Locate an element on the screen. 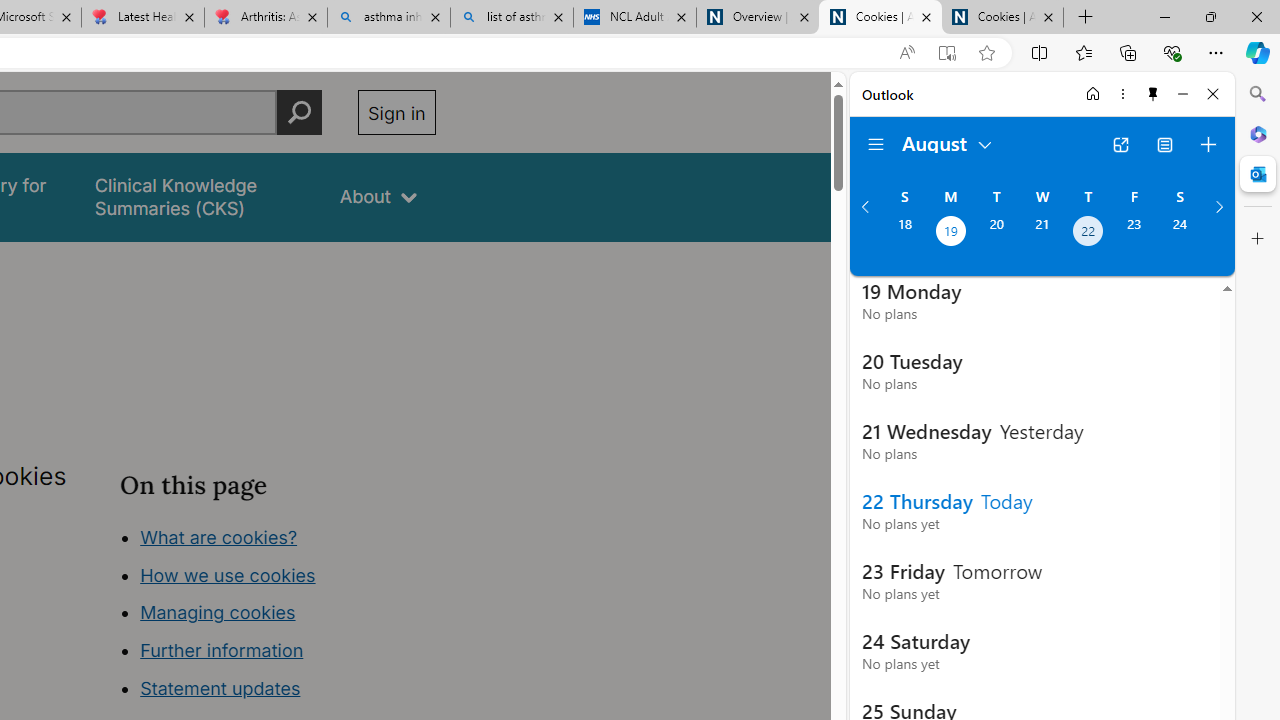 The width and height of the screenshot is (1280, 720). 'Perform search' is located at coordinates (298, 112).